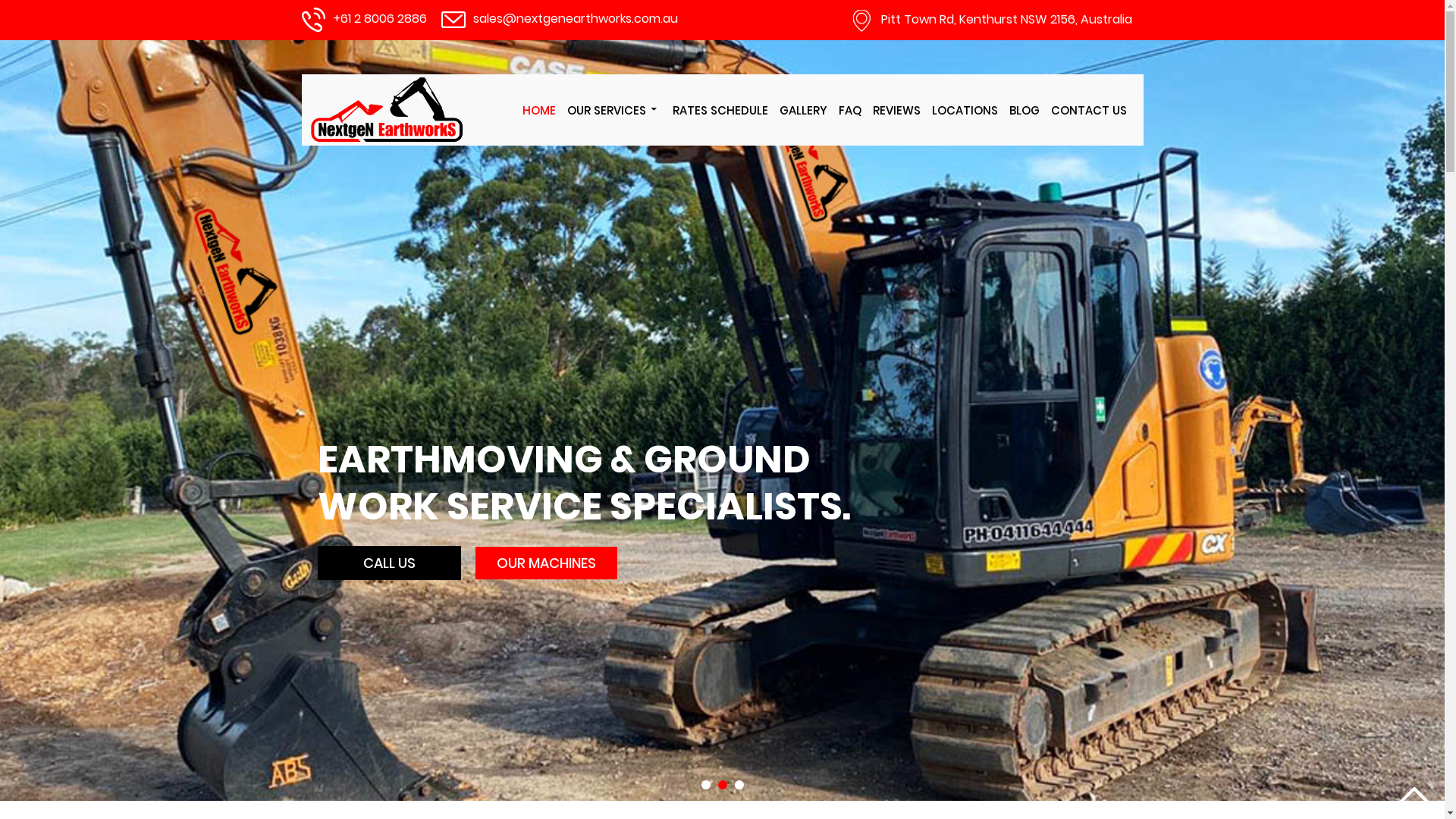 The height and width of the screenshot is (819, 1456). What do you see at coordinates (516, 109) in the screenshot?
I see `'HOME'` at bounding box center [516, 109].